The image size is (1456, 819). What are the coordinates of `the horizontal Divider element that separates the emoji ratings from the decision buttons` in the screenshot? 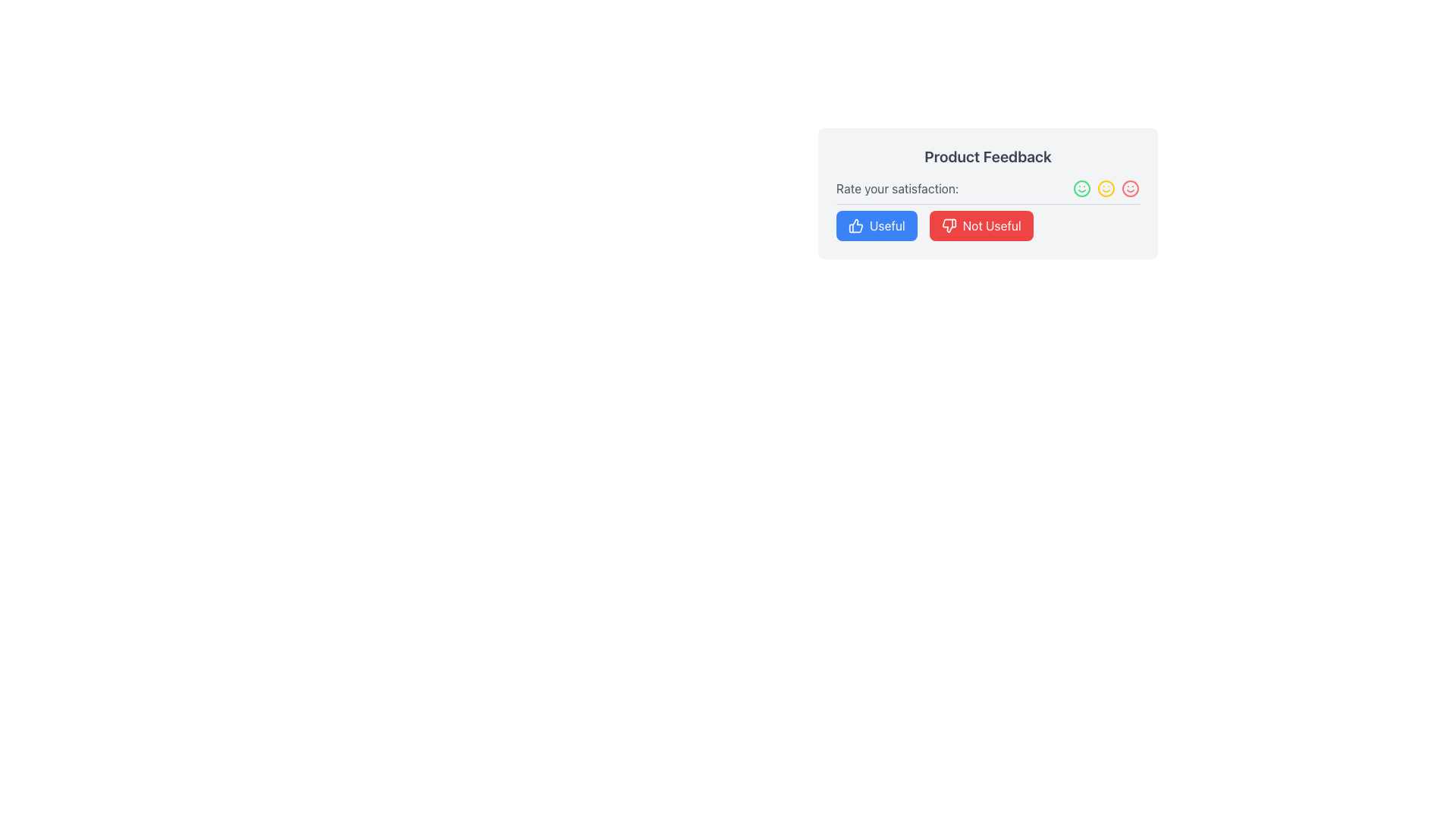 It's located at (987, 203).